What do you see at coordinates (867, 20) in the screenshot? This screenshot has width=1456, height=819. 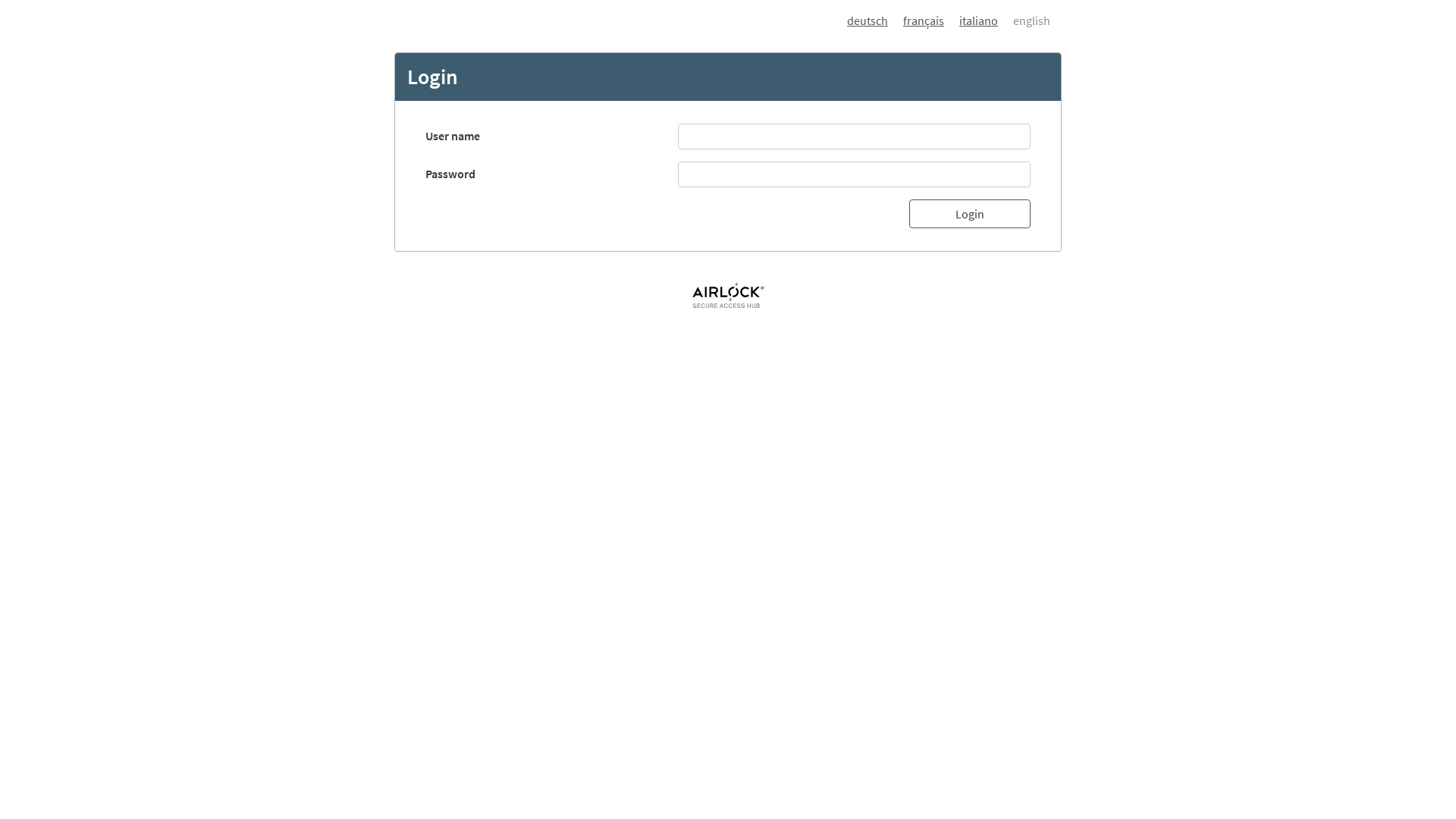 I see `'deutsch'` at bounding box center [867, 20].